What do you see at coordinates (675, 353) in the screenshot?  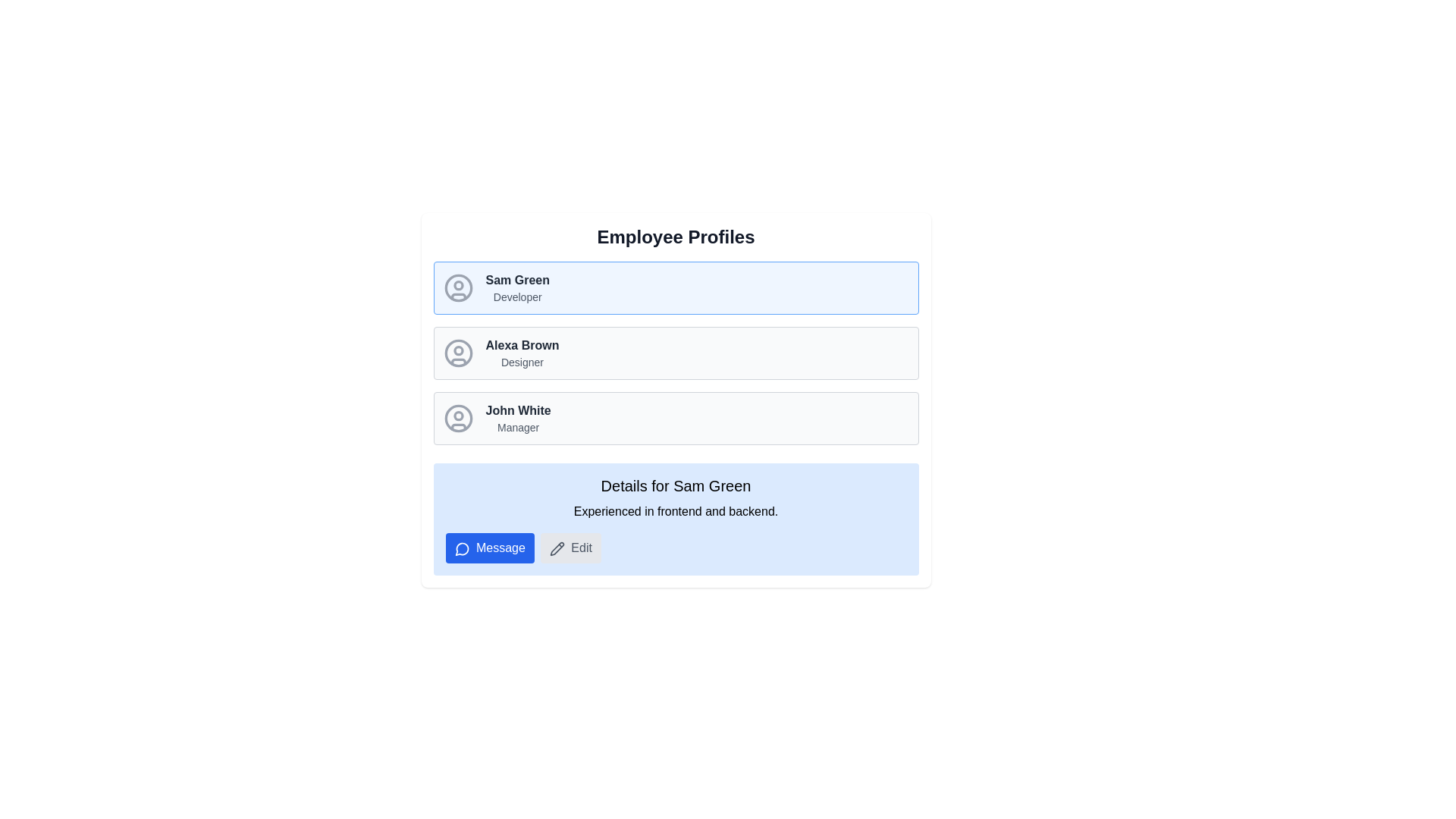 I see `the card for 'Alexa Brown', the second profile in the employee list` at bounding box center [675, 353].